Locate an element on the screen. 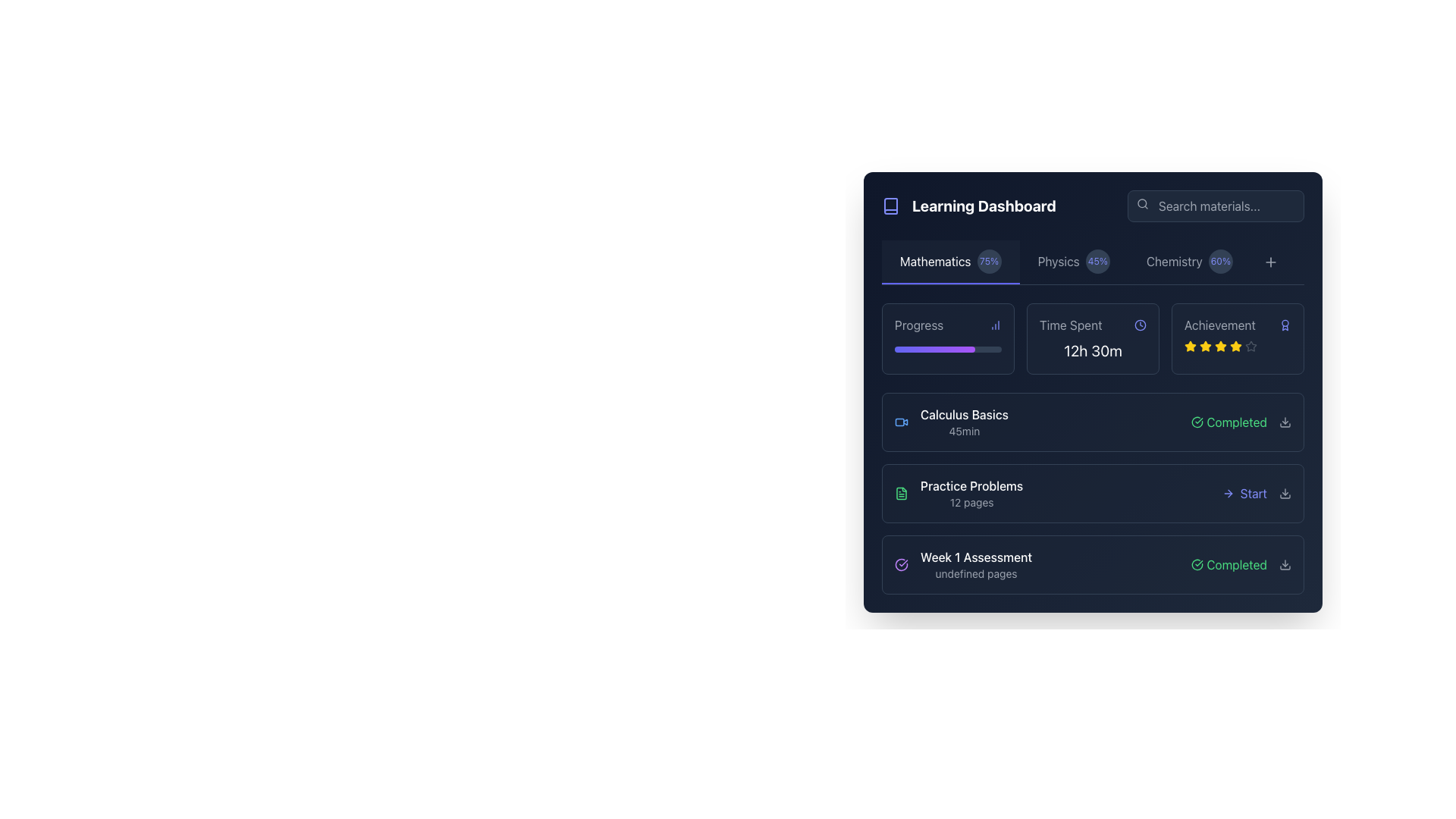 The height and width of the screenshot is (819, 1456). the Rating indicator (stars) located in the Achievement section at the top-right area of the card, which consists of five stars where the first four are filled with yellow and the fifth is grayed out is located at coordinates (1238, 346).